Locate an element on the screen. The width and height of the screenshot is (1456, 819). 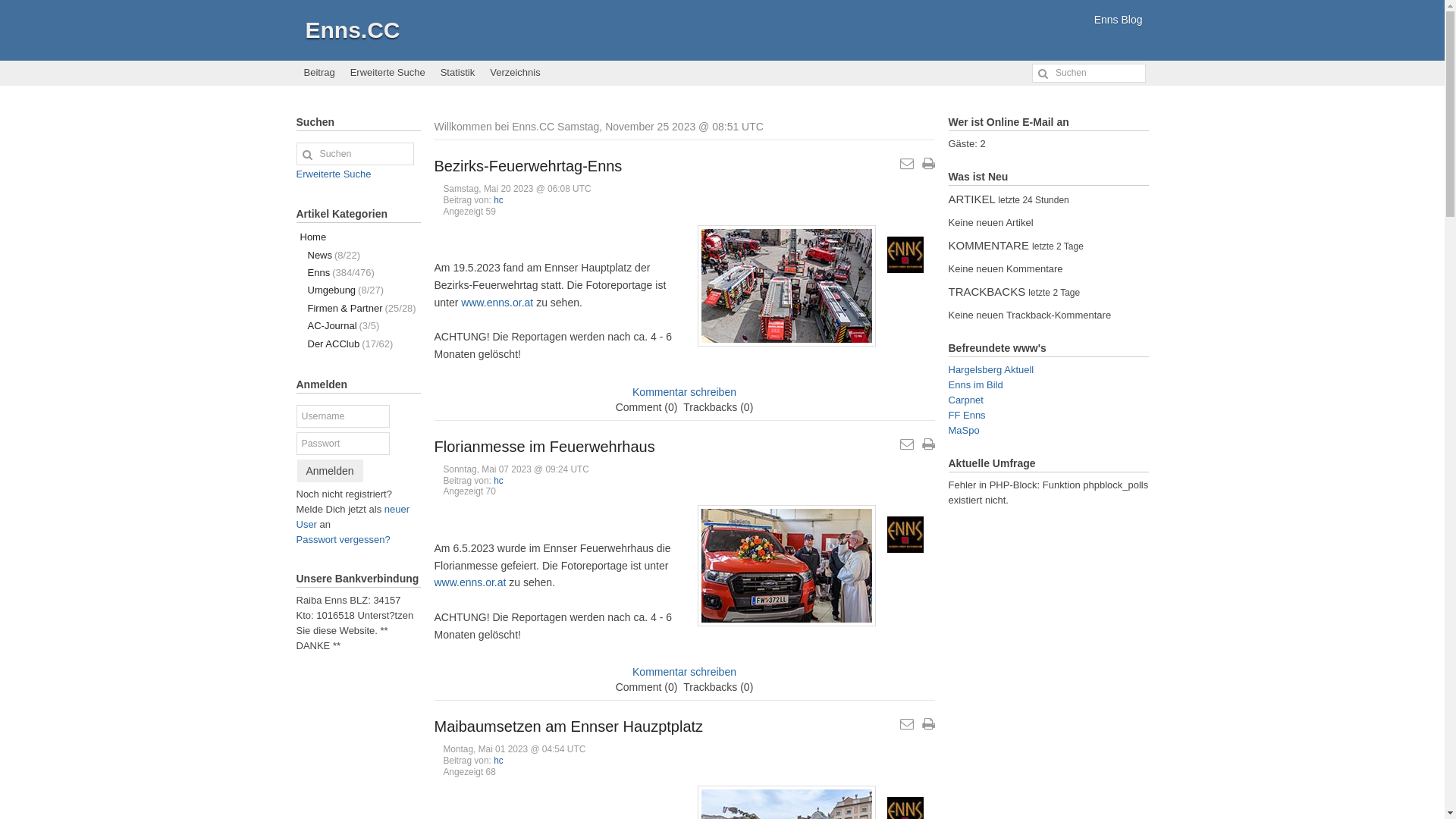
'Erweiterte Suche' is located at coordinates (332, 173).